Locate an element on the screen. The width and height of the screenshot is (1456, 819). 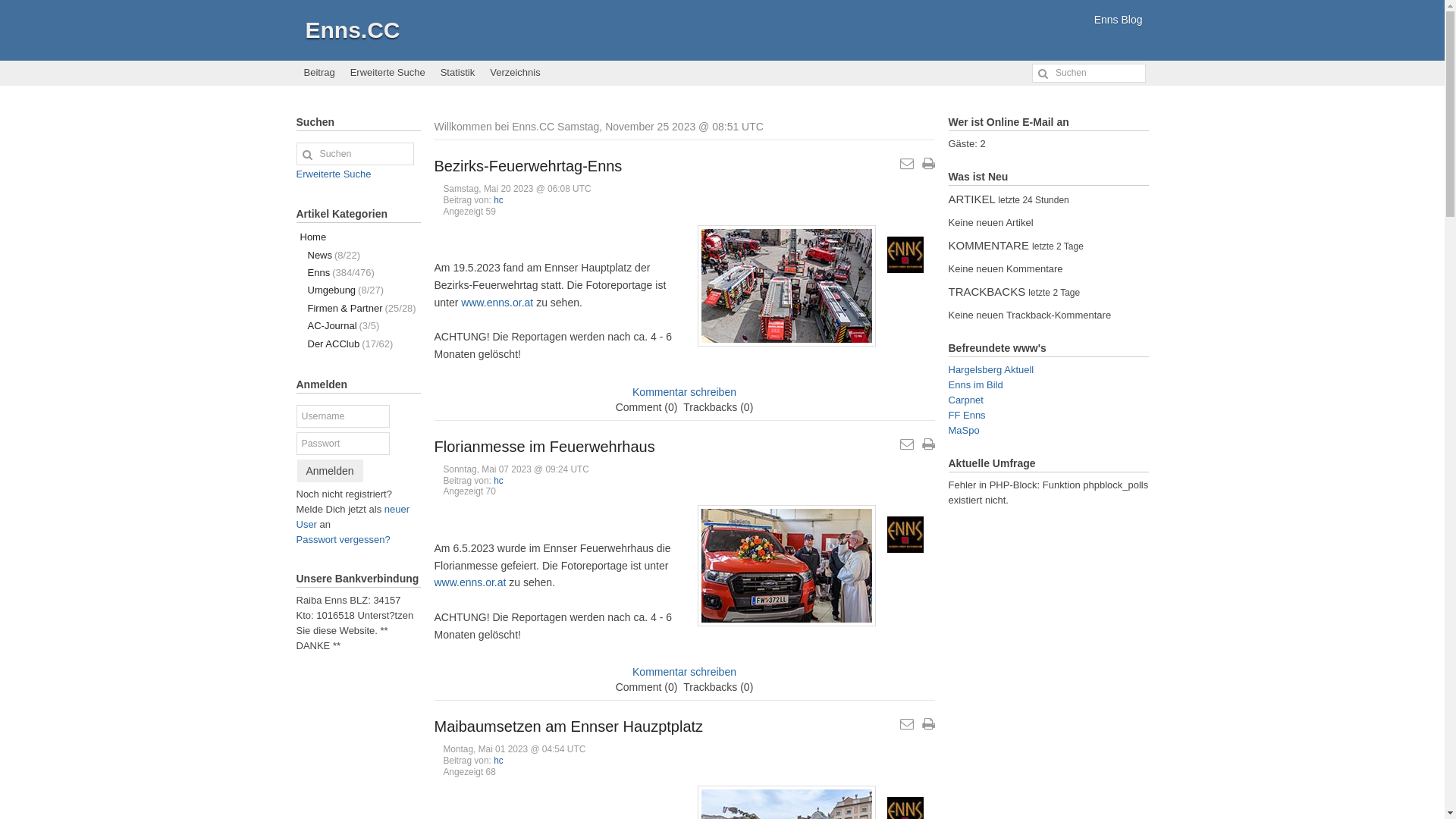
'Erweiterte Suche' is located at coordinates (332, 173).